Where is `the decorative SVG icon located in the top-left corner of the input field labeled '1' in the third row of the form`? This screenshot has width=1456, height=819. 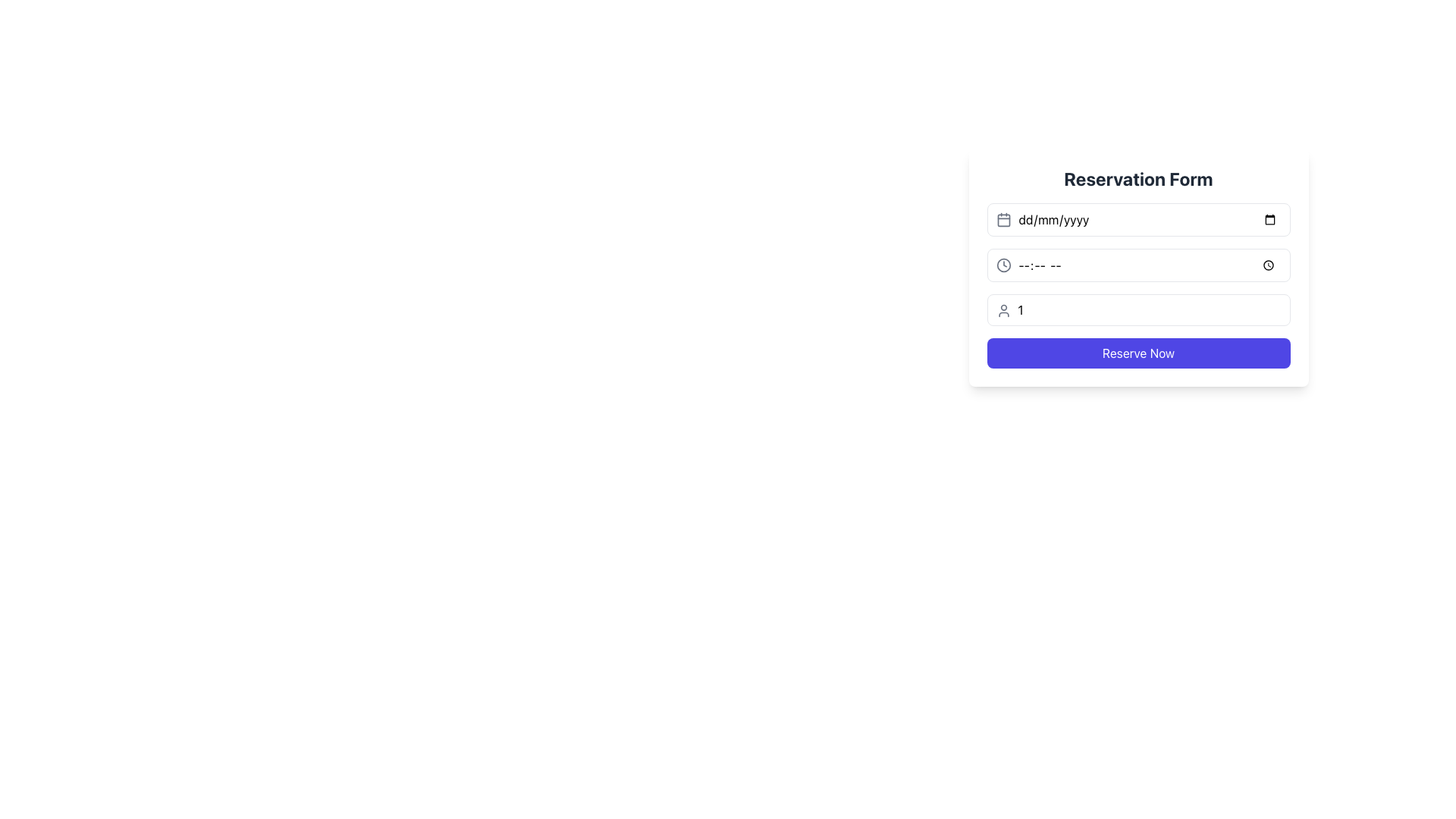
the decorative SVG icon located in the top-left corner of the input field labeled '1' in the third row of the form is located at coordinates (1003, 309).